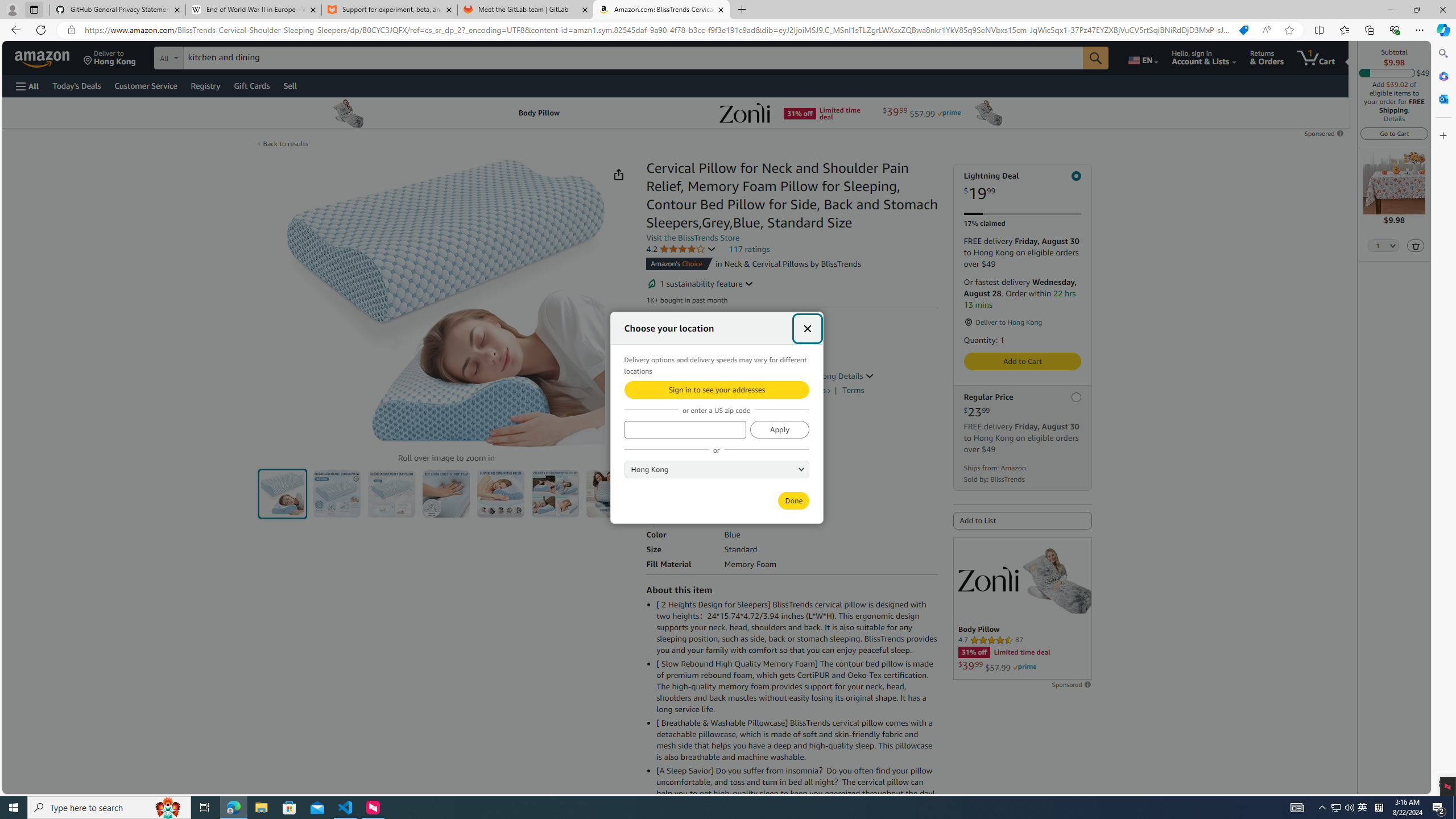  Describe the element at coordinates (26, 85) in the screenshot. I see `'Open Menu'` at that location.